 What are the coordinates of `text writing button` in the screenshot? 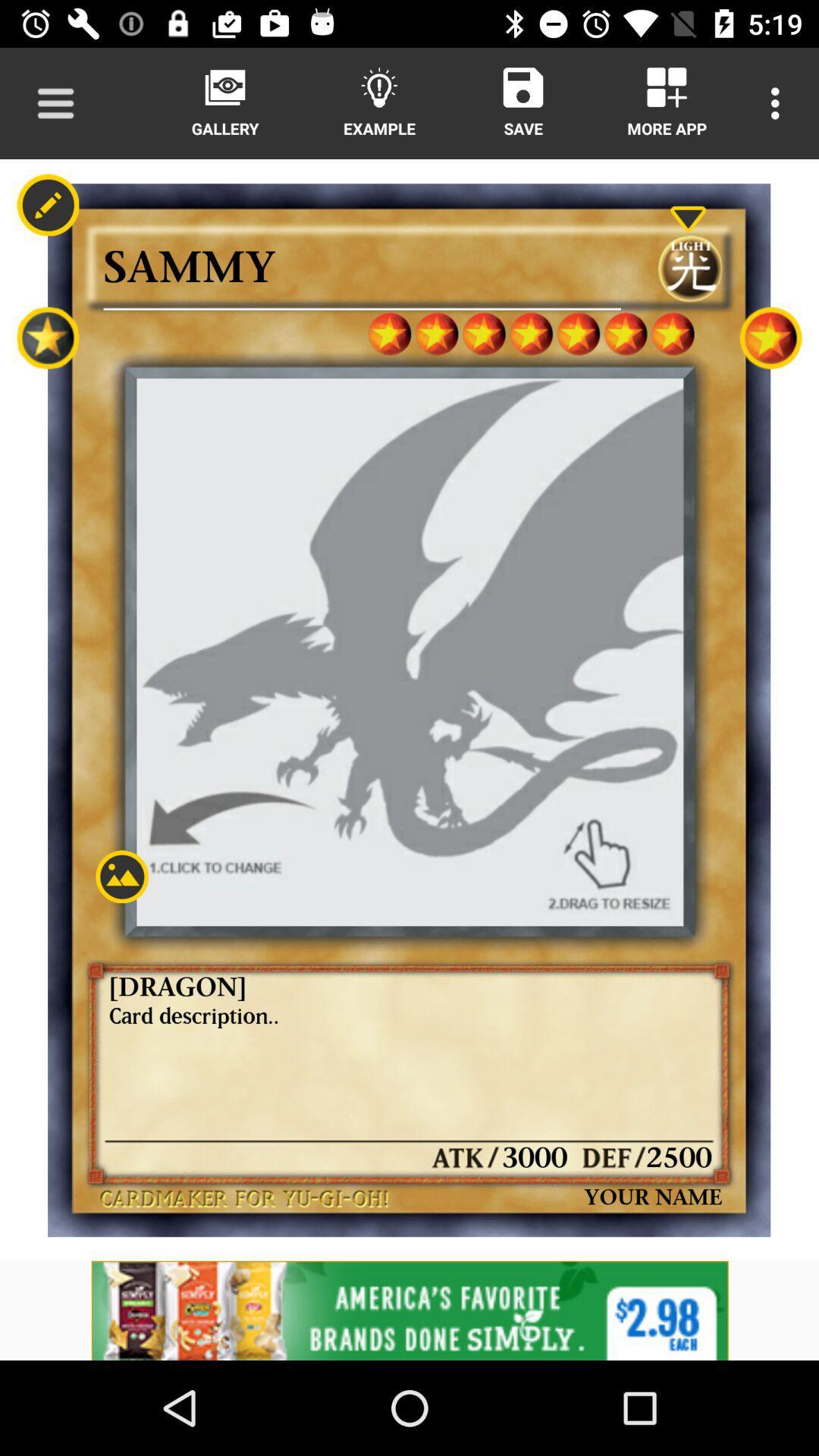 It's located at (47, 204).